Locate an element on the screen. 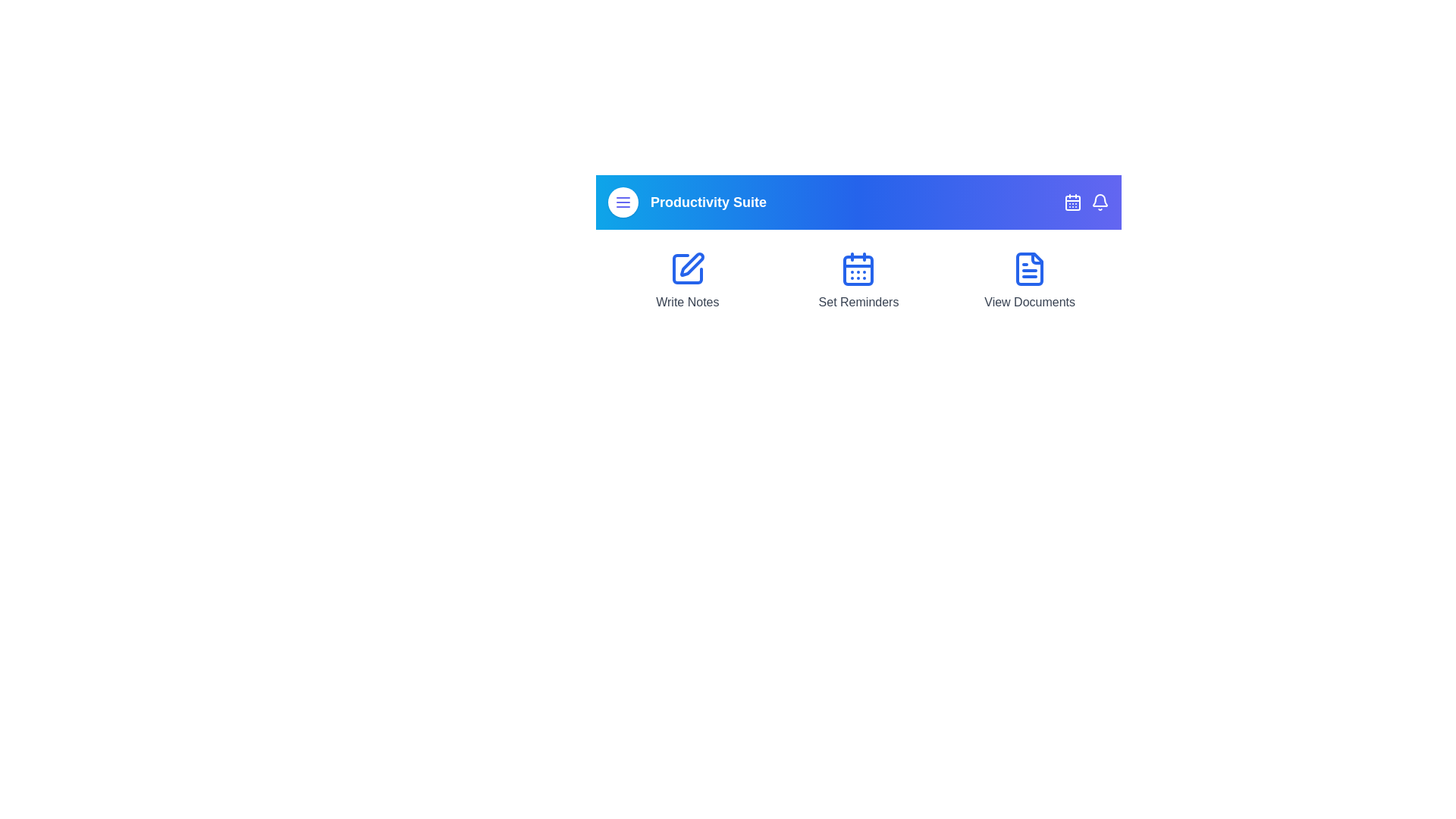 The width and height of the screenshot is (1456, 819). the menu button to toggle the menu visibility is located at coordinates (623, 201).